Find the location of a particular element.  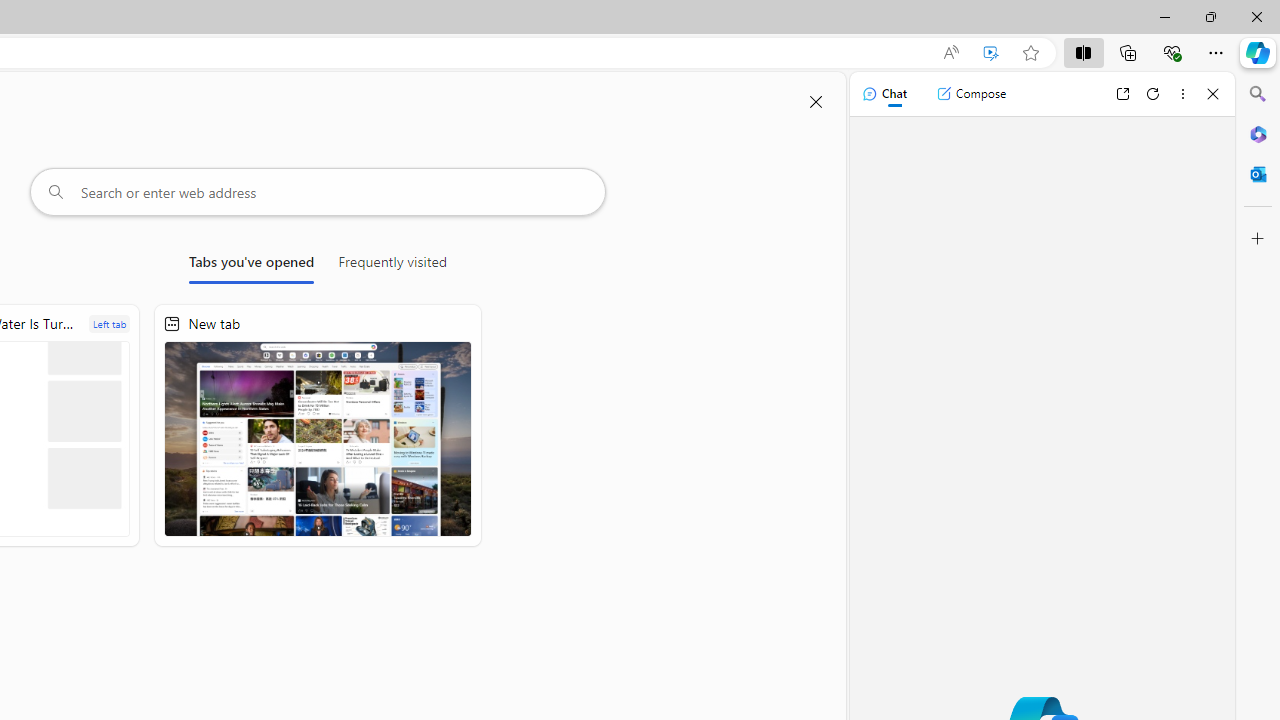

'Outlook' is located at coordinates (1257, 173).